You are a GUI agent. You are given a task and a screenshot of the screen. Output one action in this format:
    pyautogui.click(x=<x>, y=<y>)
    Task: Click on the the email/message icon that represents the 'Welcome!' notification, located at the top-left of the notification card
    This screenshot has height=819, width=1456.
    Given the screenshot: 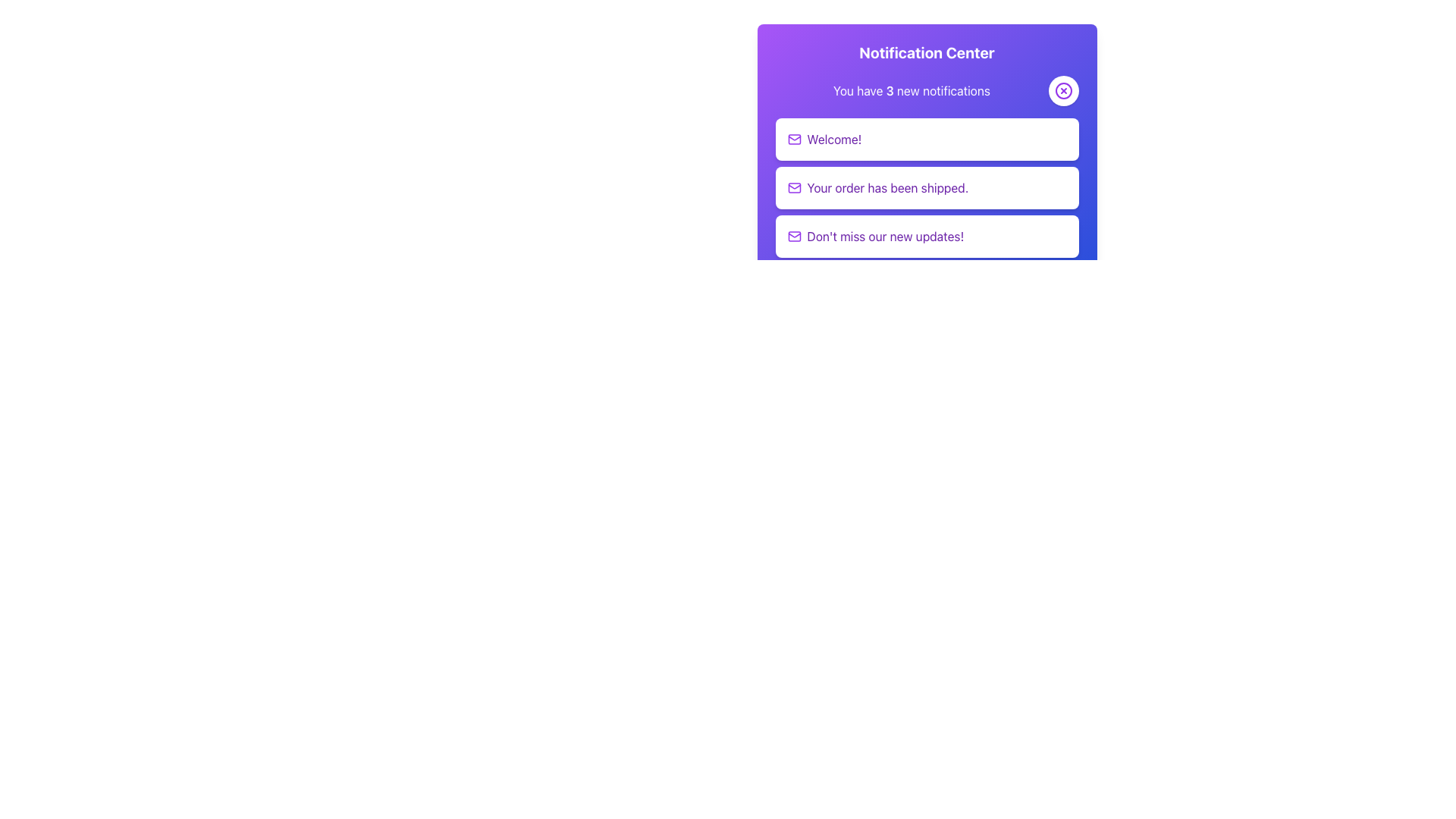 What is the action you would take?
    pyautogui.click(x=793, y=140)
    